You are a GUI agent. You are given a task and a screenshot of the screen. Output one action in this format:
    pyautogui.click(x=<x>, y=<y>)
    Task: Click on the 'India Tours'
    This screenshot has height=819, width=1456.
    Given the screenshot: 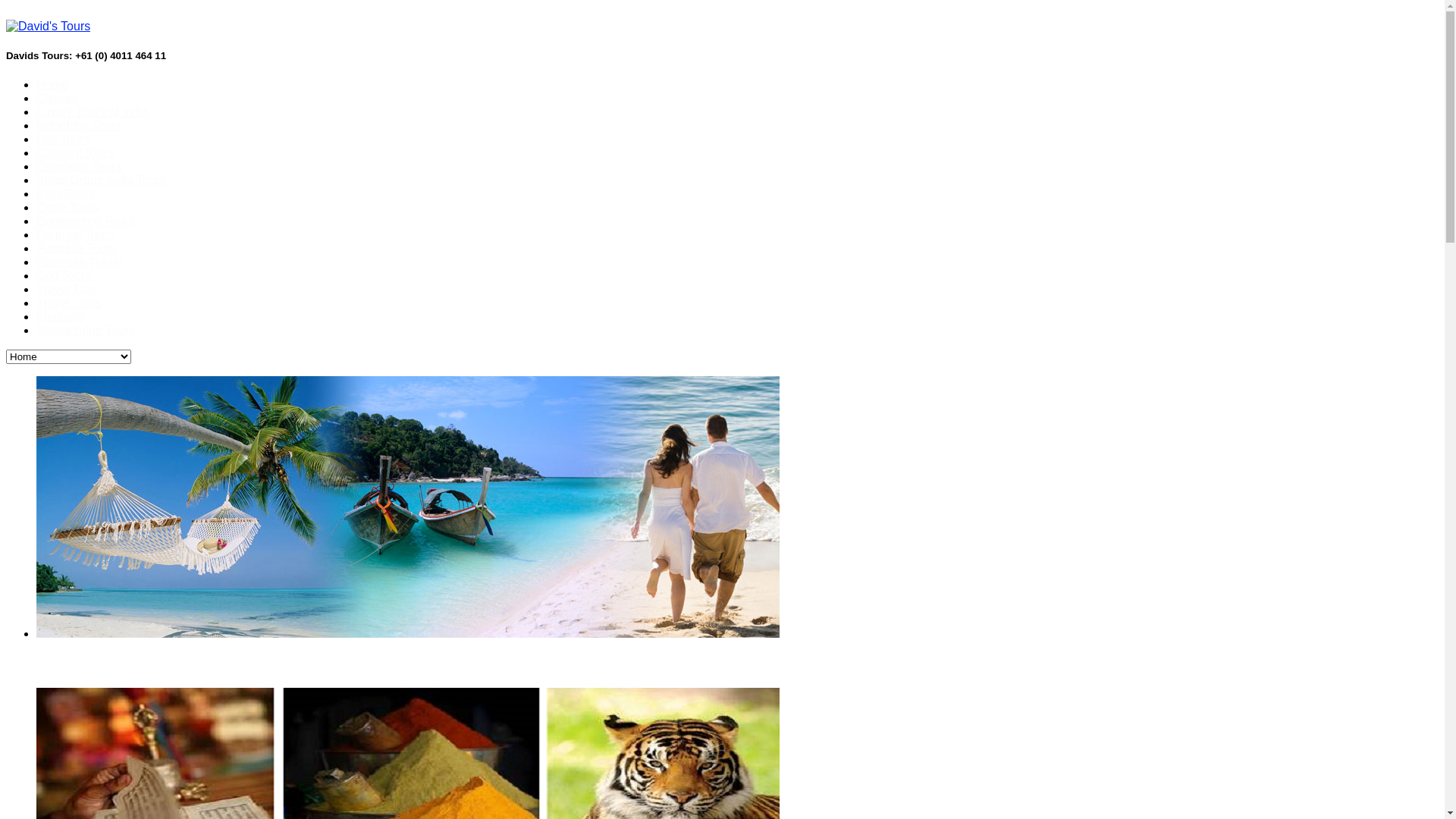 What is the action you would take?
    pyautogui.click(x=36, y=193)
    